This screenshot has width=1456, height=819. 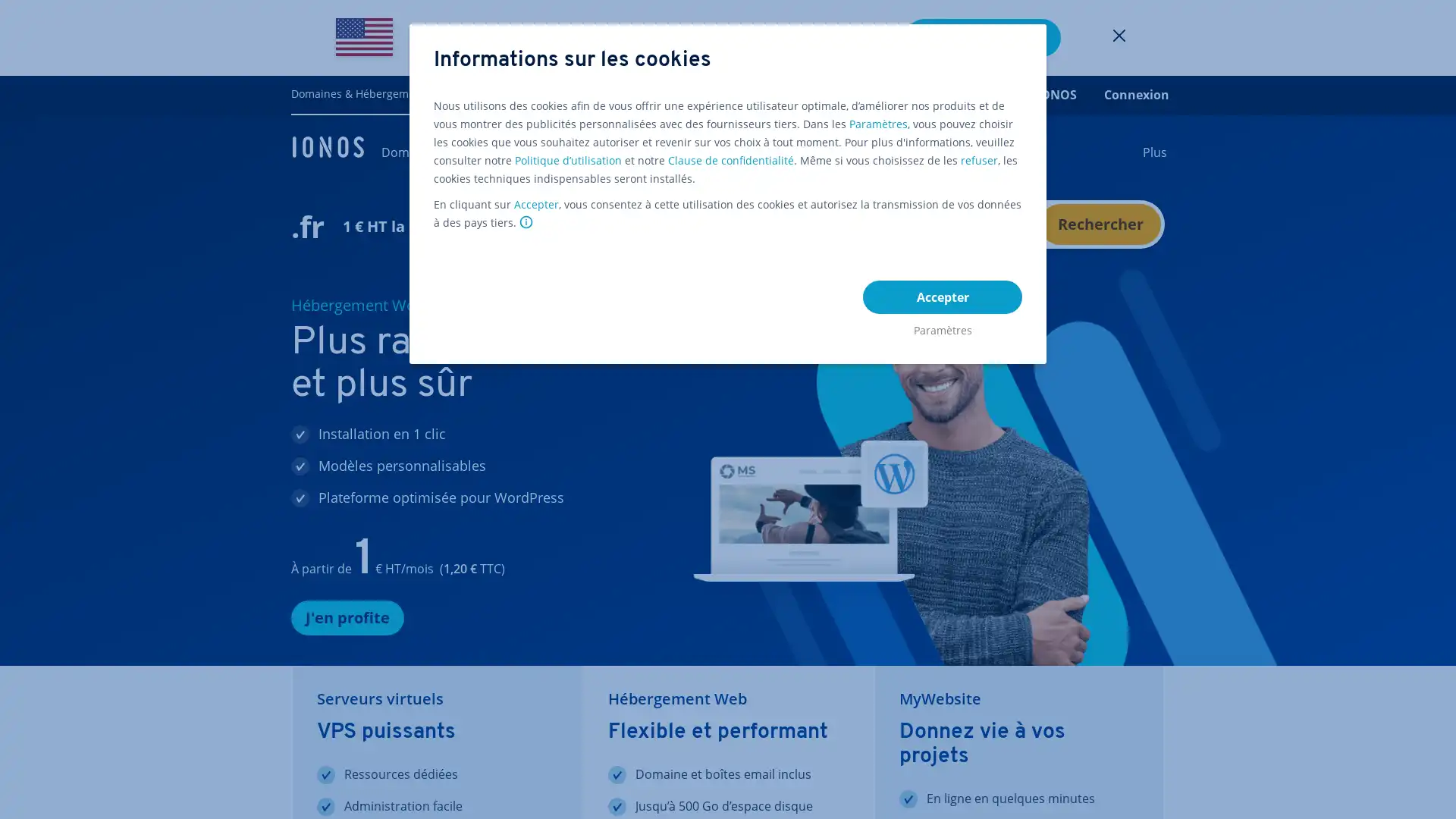 What do you see at coordinates (536, 205) in the screenshot?
I see `Accepter` at bounding box center [536, 205].